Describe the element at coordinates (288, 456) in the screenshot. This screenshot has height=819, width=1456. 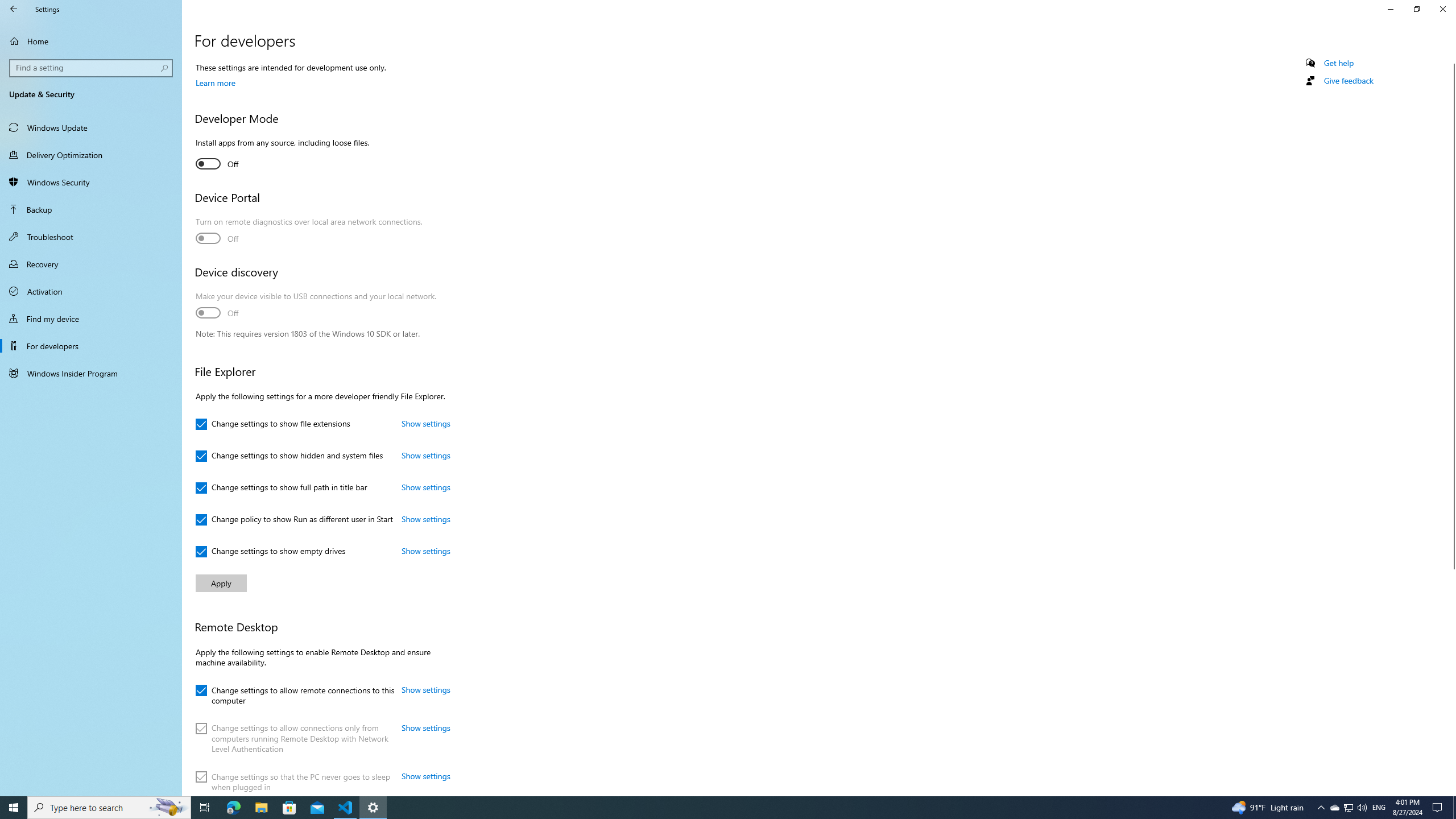
I see `'Change settings to show hidden and system files'` at that location.